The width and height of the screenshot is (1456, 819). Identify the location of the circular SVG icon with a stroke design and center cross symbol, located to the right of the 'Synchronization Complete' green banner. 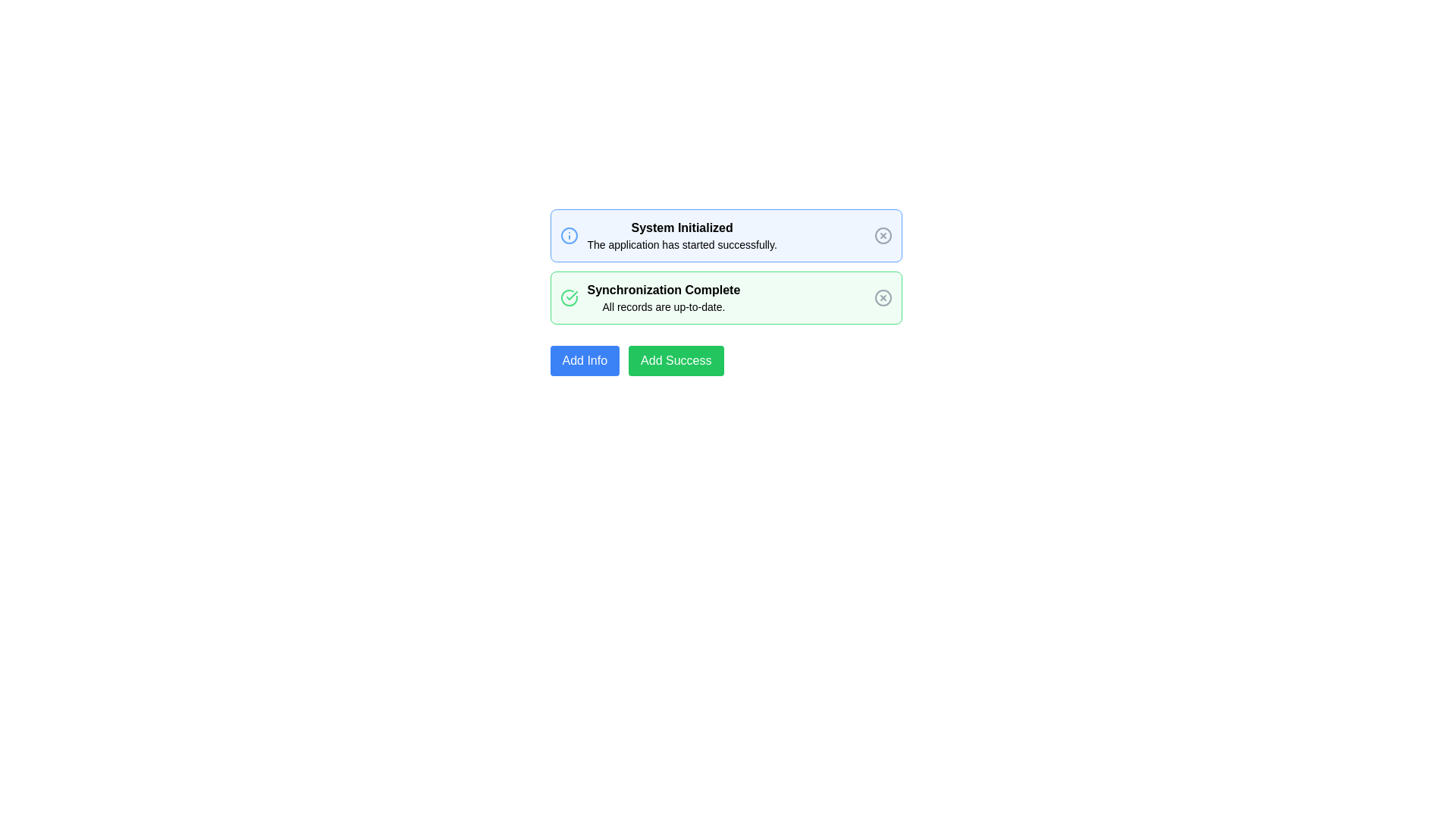
(883, 298).